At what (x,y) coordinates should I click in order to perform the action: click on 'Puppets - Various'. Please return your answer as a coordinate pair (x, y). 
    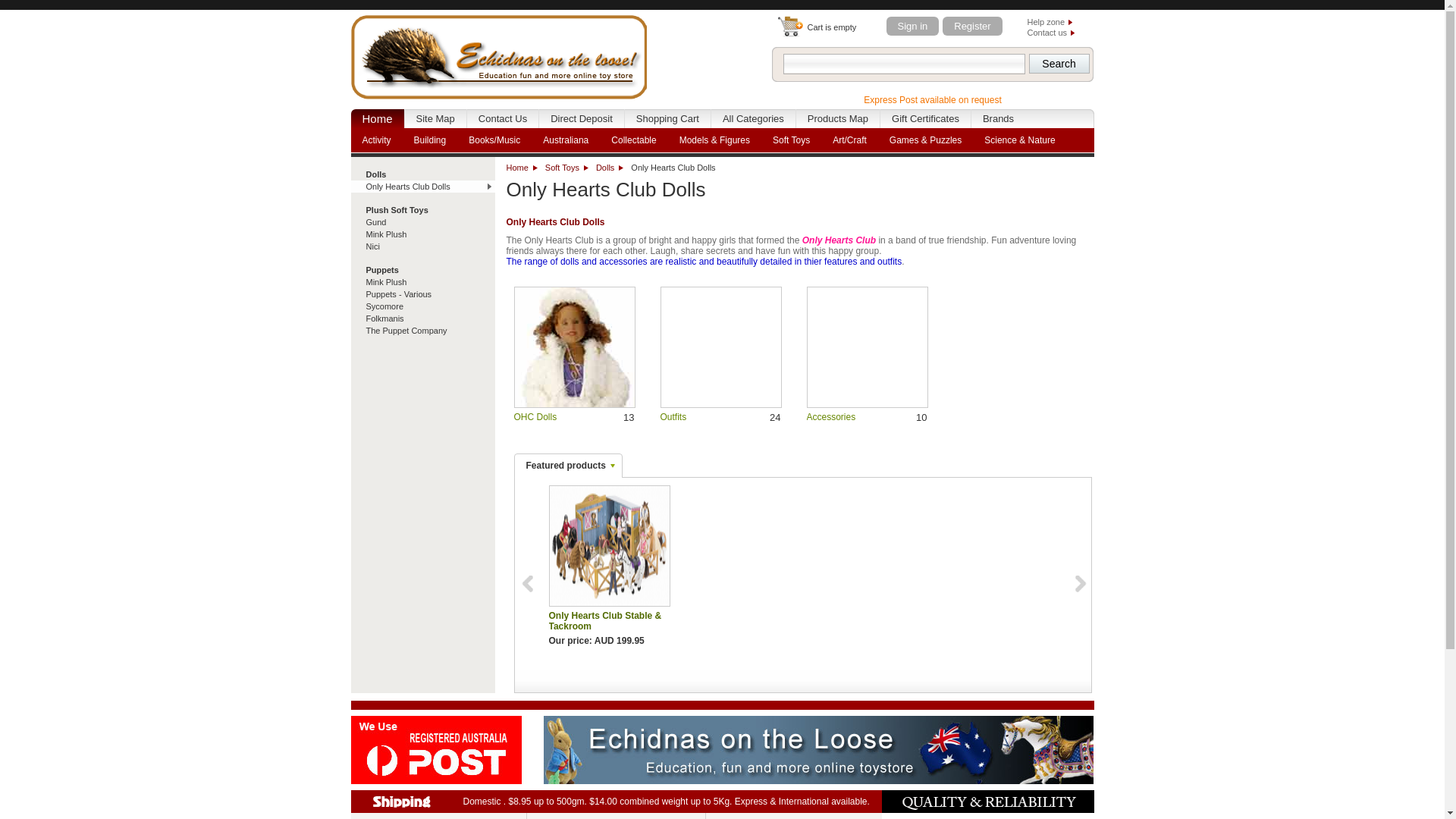
    Looking at the image, I should click on (422, 294).